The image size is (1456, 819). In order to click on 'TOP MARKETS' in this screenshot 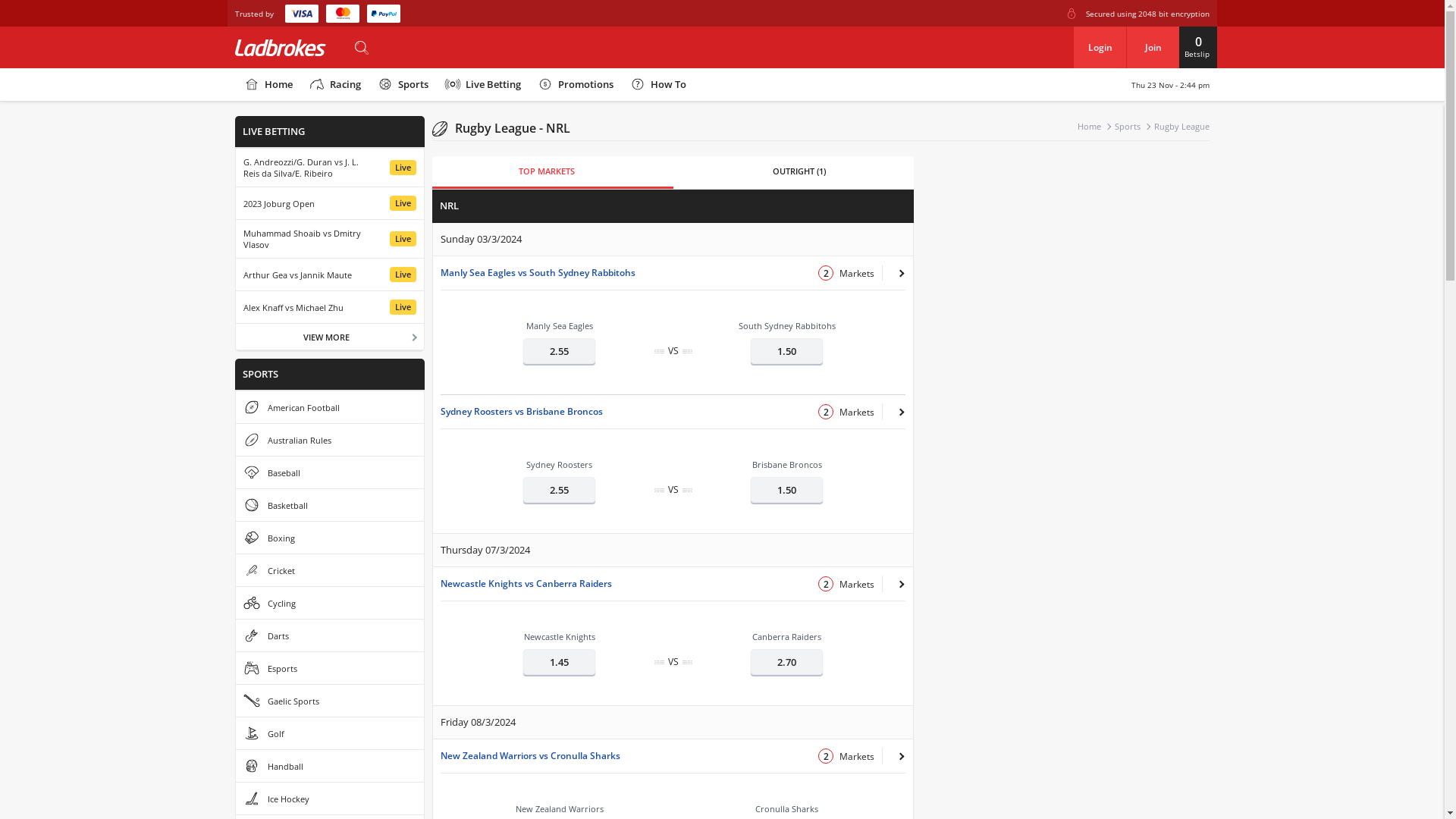, I will do `click(546, 171)`.